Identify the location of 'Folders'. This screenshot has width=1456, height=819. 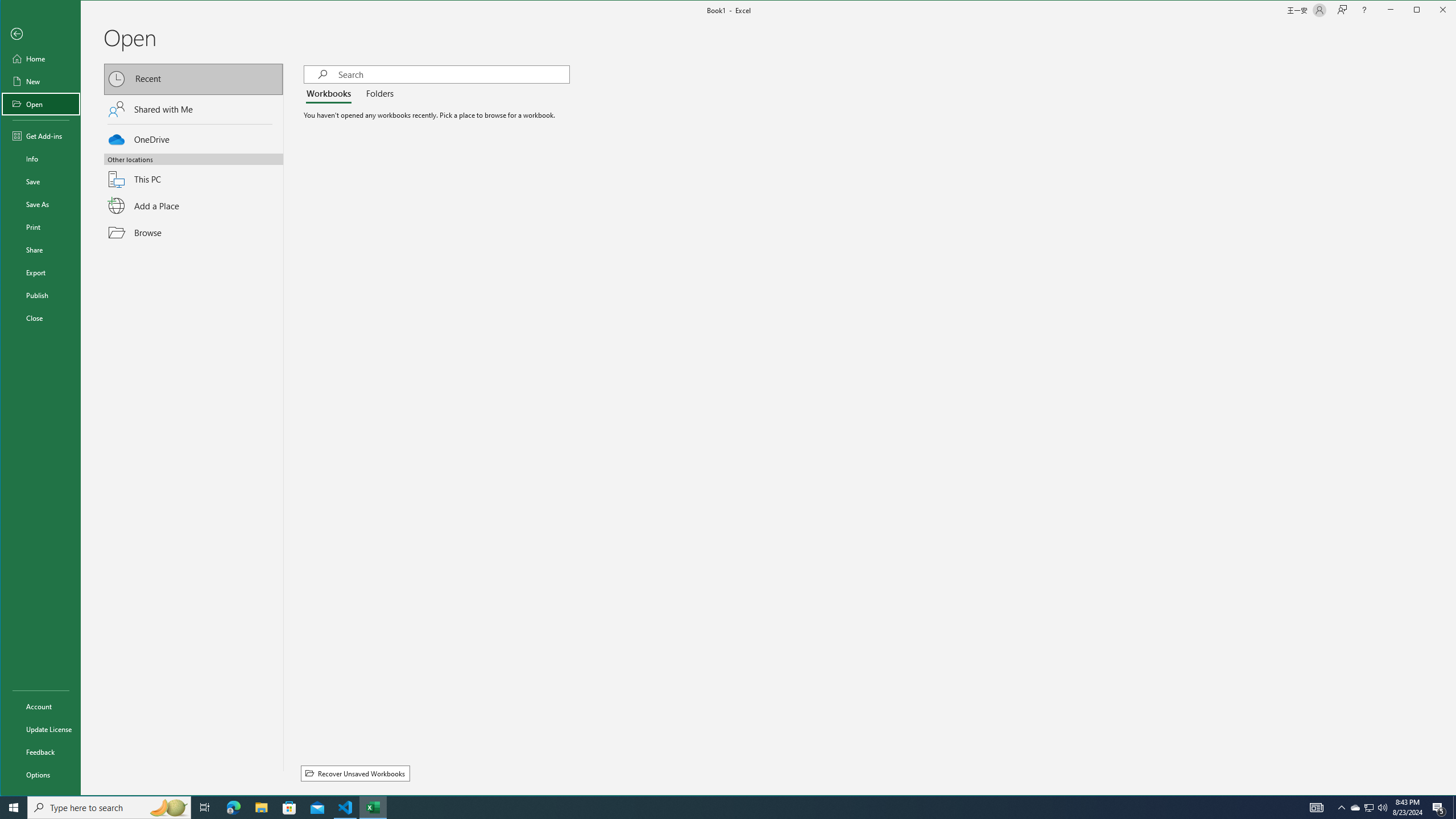
(378, 93).